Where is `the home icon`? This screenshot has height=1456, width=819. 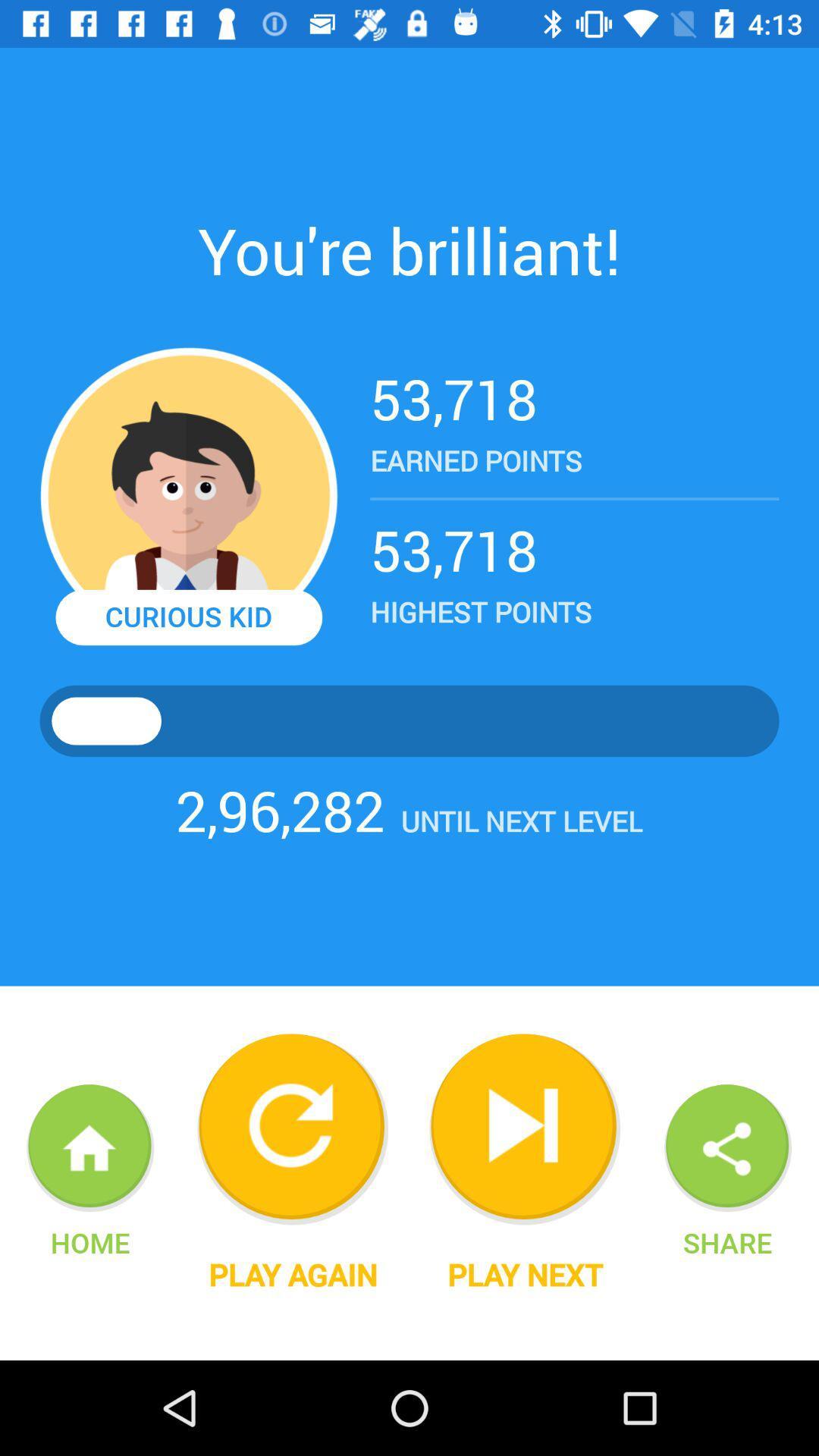
the home icon is located at coordinates (90, 1148).